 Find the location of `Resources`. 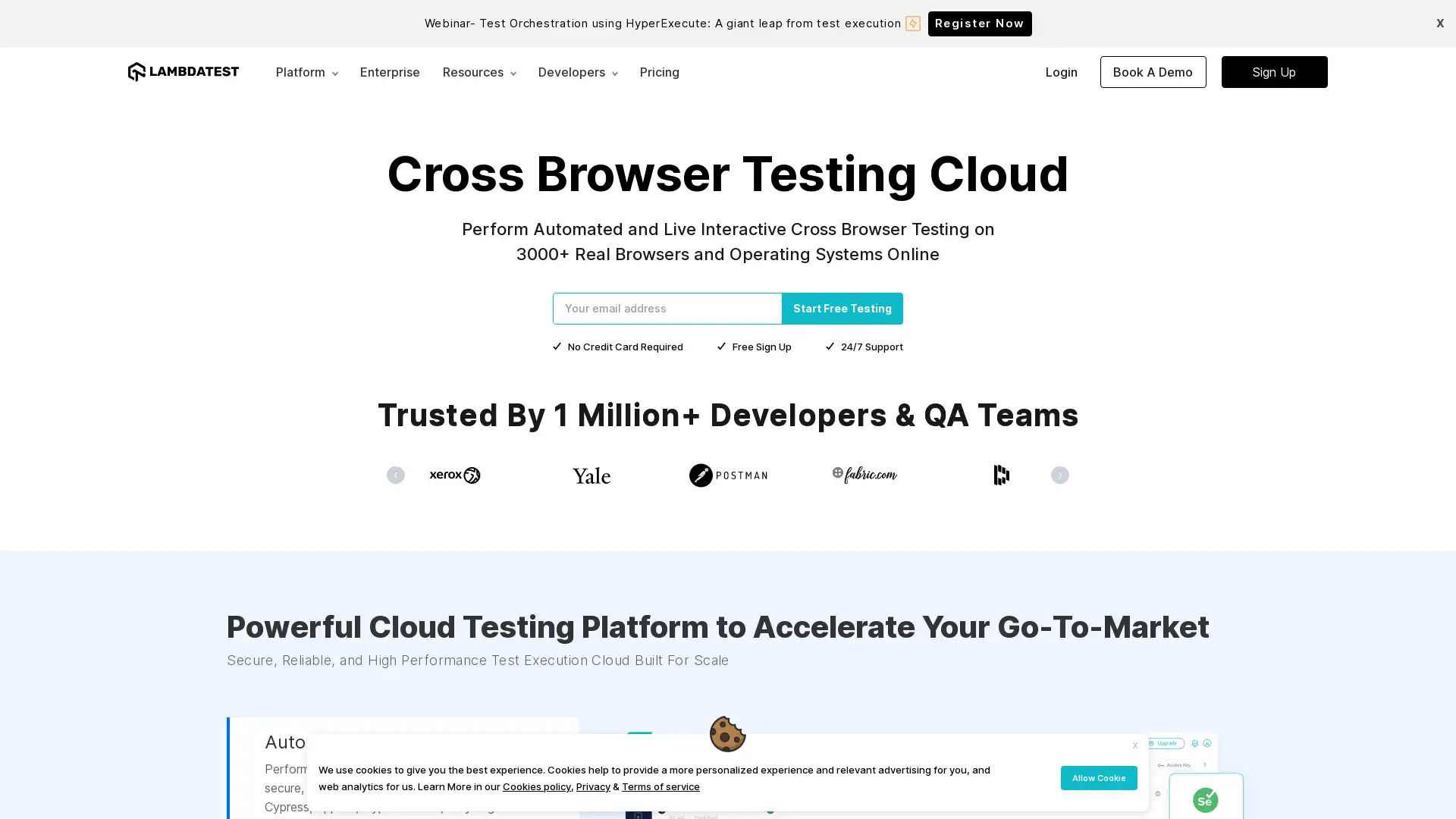

Resources is located at coordinates (479, 71).